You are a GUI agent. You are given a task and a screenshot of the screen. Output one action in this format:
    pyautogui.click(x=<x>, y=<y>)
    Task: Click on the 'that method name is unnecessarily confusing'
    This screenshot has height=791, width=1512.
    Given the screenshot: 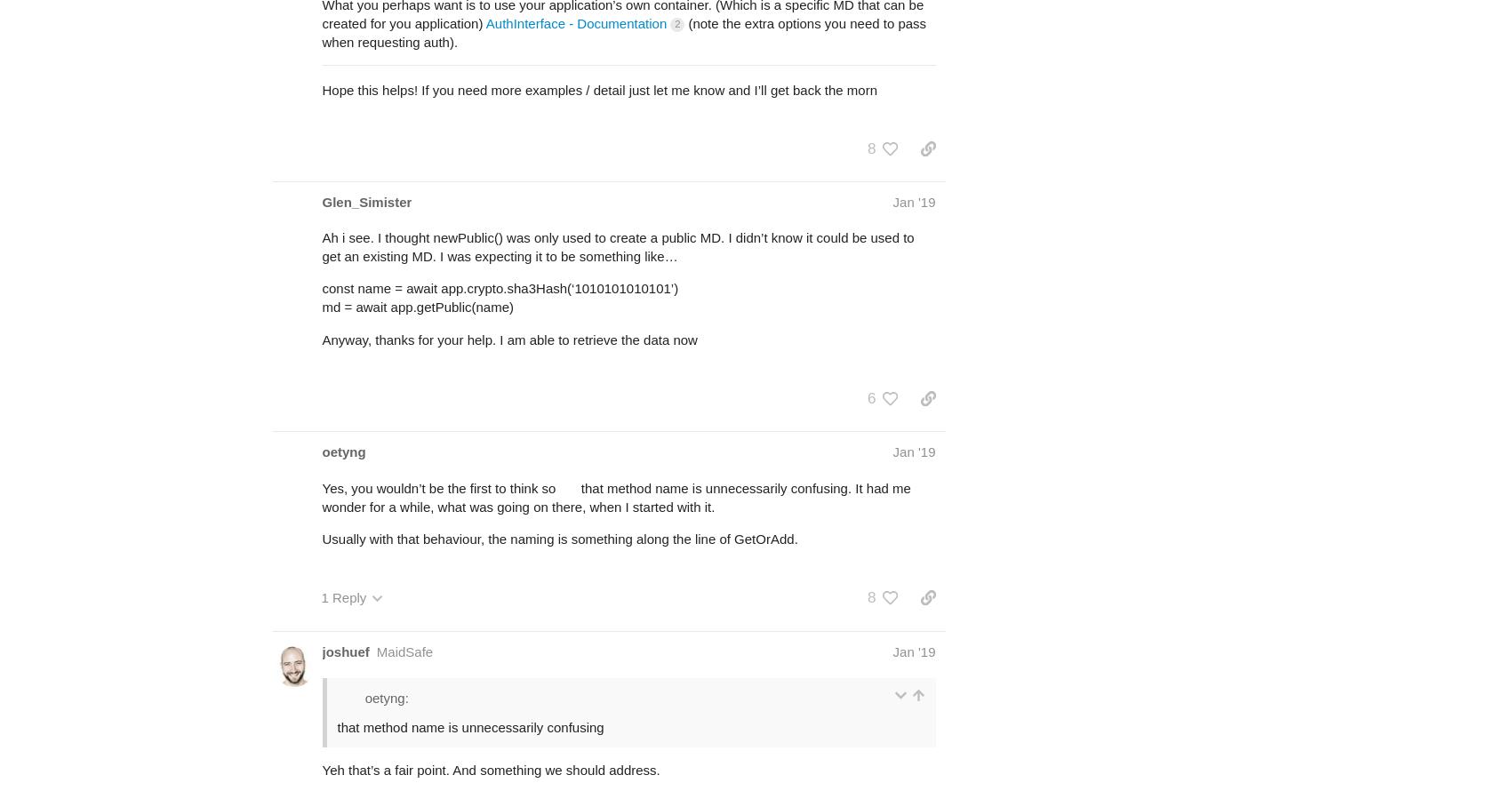 What is the action you would take?
    pyautogui.click(x=470, y=726)
    